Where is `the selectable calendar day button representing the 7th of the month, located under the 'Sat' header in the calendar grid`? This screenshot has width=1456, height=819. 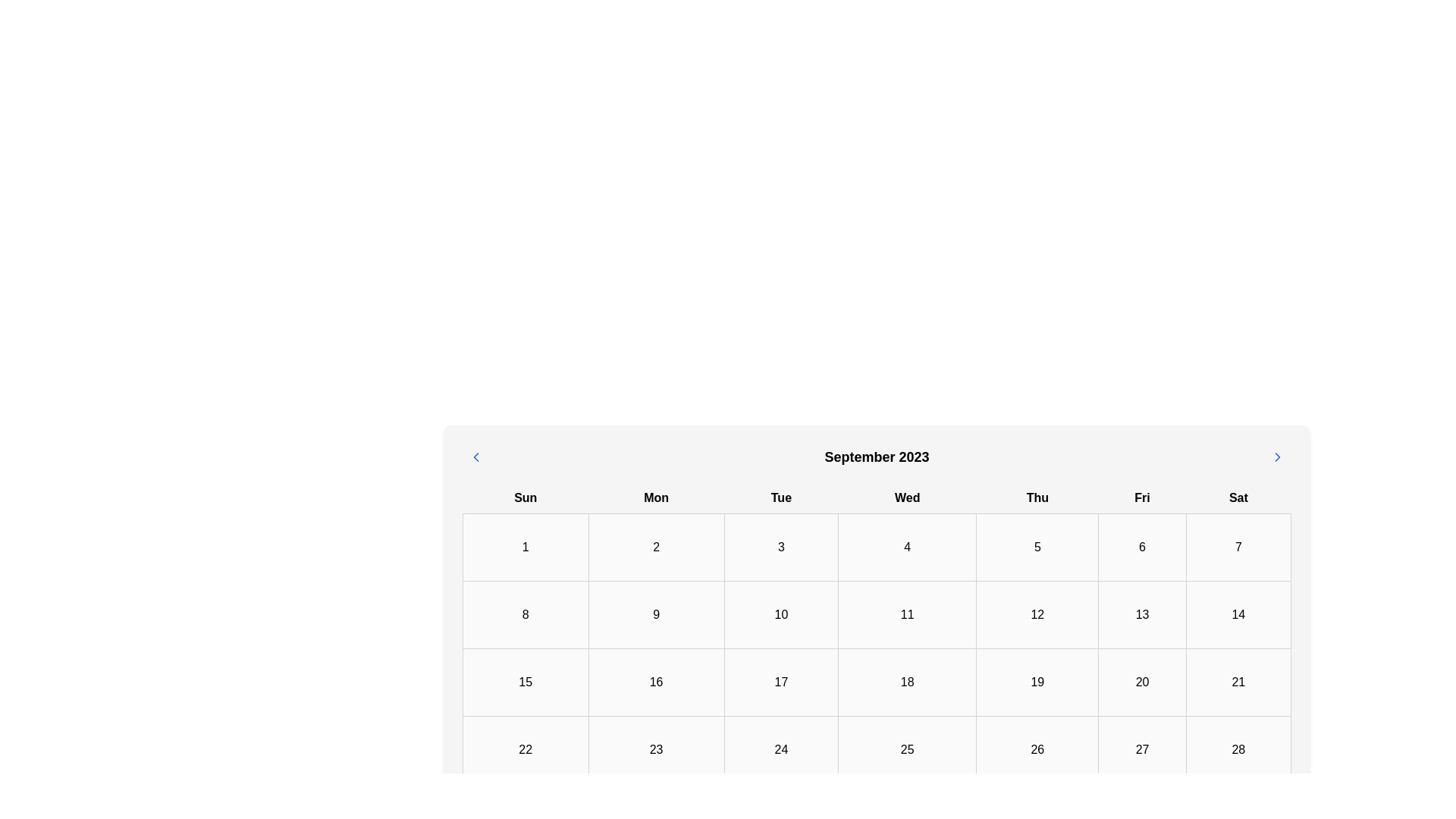
the selectable calendar day button representing the 7th of the month, located under the 'Sat' header in the calendar grid is located at coordinates (1238, 547).